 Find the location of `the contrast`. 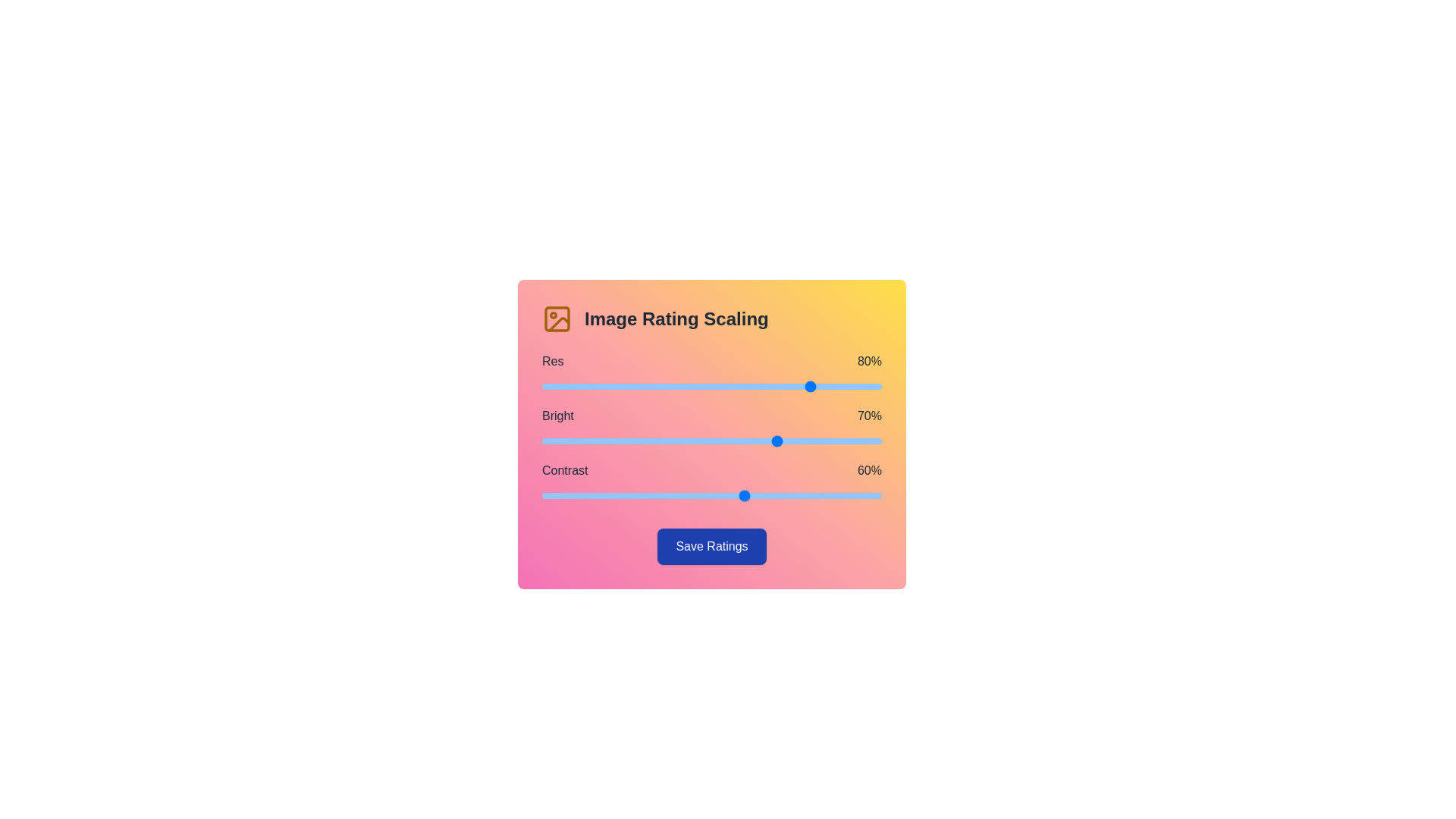

the contrast is located at coordinates (836, 496).